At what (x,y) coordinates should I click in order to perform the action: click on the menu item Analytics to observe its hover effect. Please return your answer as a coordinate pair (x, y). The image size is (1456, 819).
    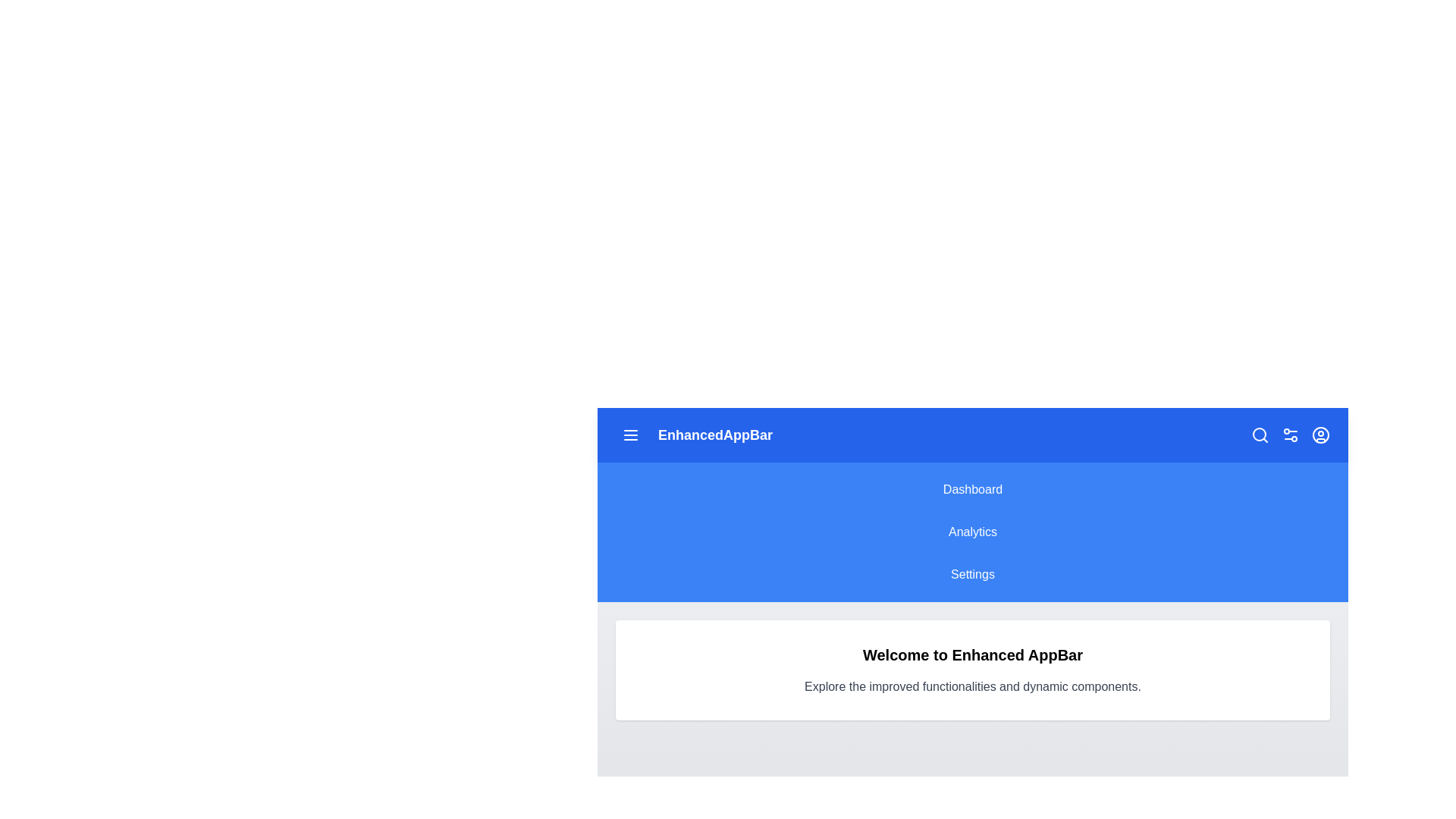
    Looking at the image, I should click on (972, 532).